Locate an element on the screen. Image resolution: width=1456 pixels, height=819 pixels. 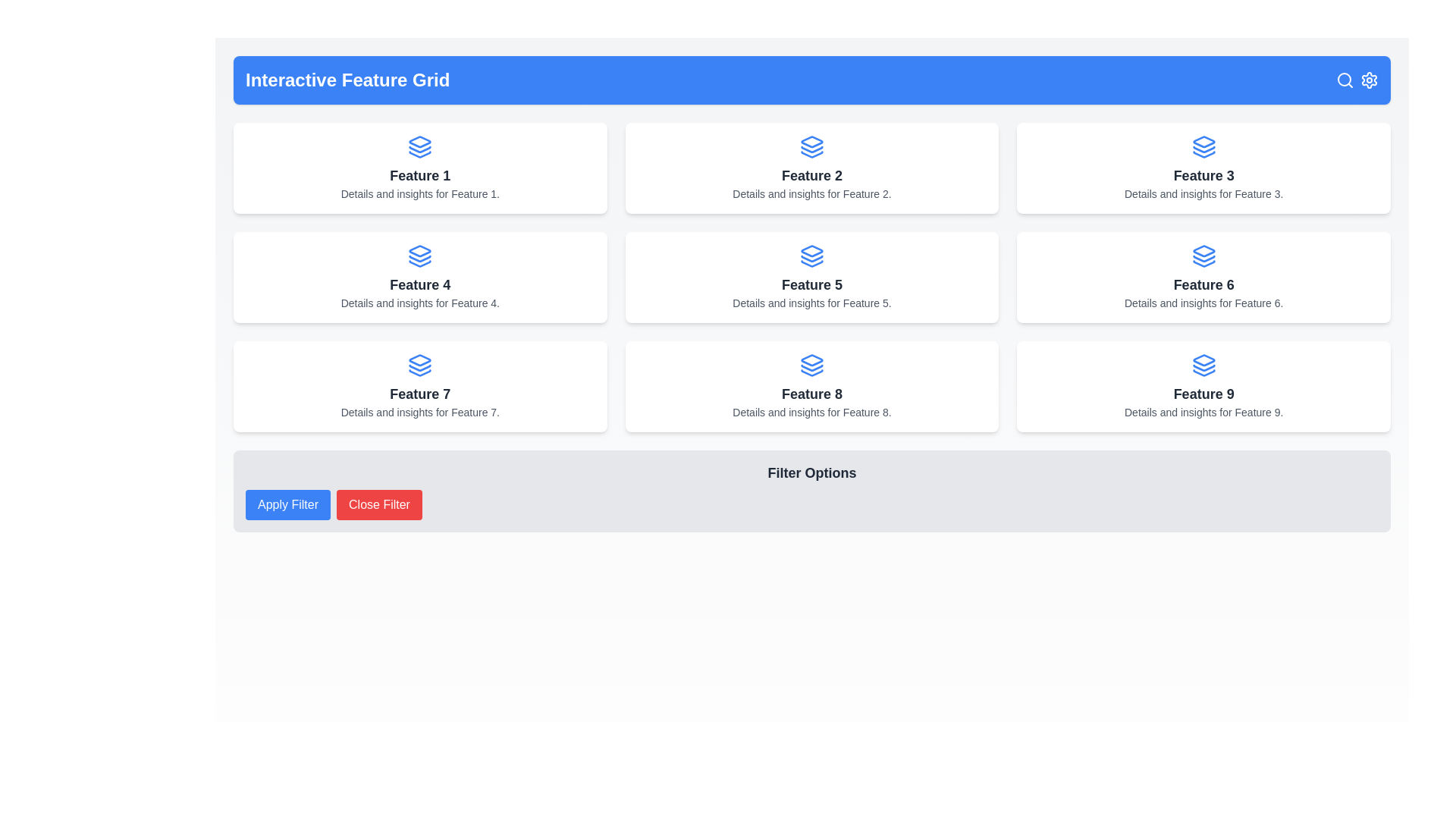
the topmost blue three-layered stack icon above the text 'Feature 4' located in the second row, first column of the grid layout is located at coordinates (420, 256).